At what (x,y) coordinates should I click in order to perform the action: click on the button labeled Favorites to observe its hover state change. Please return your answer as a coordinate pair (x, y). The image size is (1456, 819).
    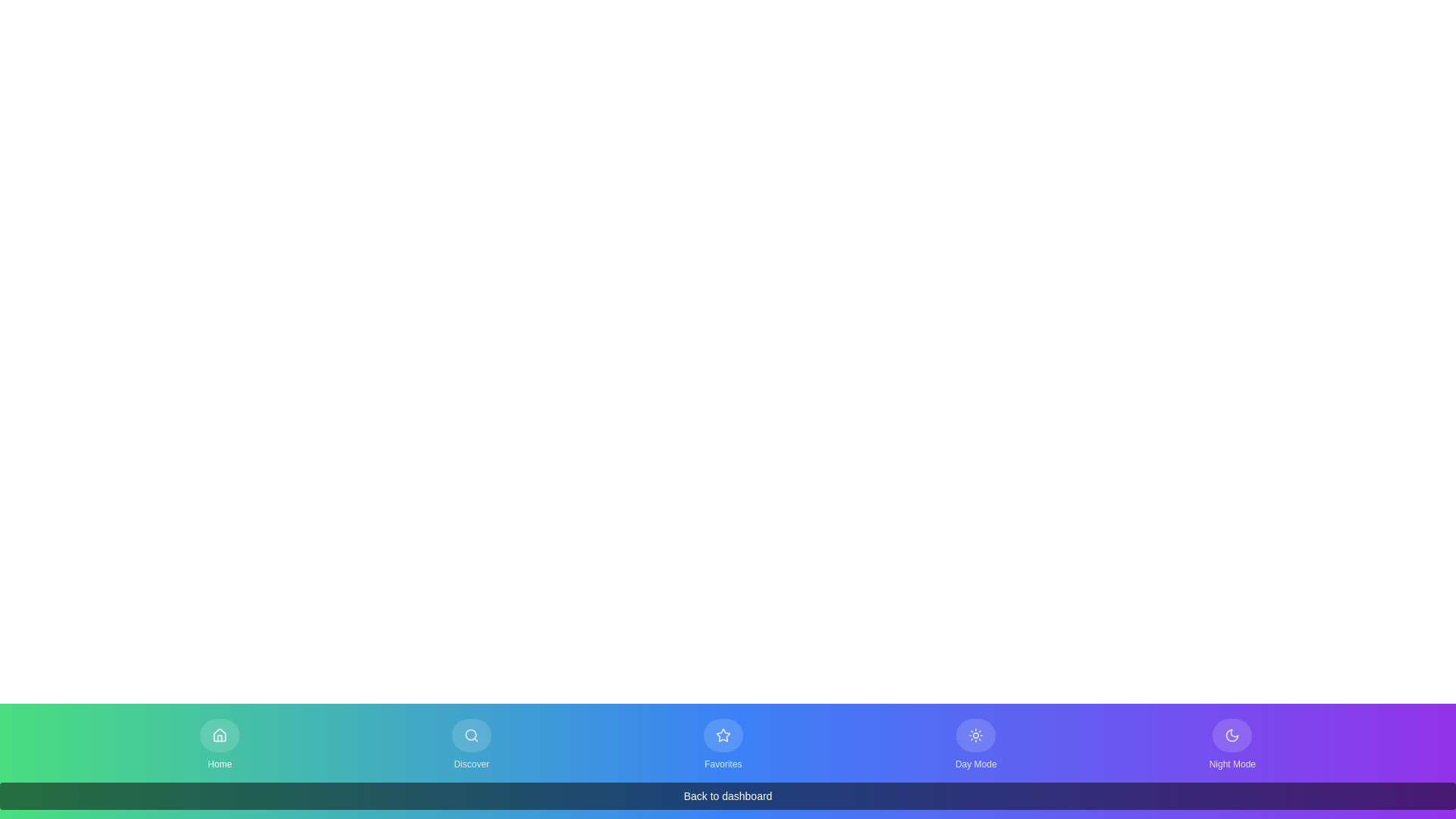
    Looking at the image, I should click on (722, 744).